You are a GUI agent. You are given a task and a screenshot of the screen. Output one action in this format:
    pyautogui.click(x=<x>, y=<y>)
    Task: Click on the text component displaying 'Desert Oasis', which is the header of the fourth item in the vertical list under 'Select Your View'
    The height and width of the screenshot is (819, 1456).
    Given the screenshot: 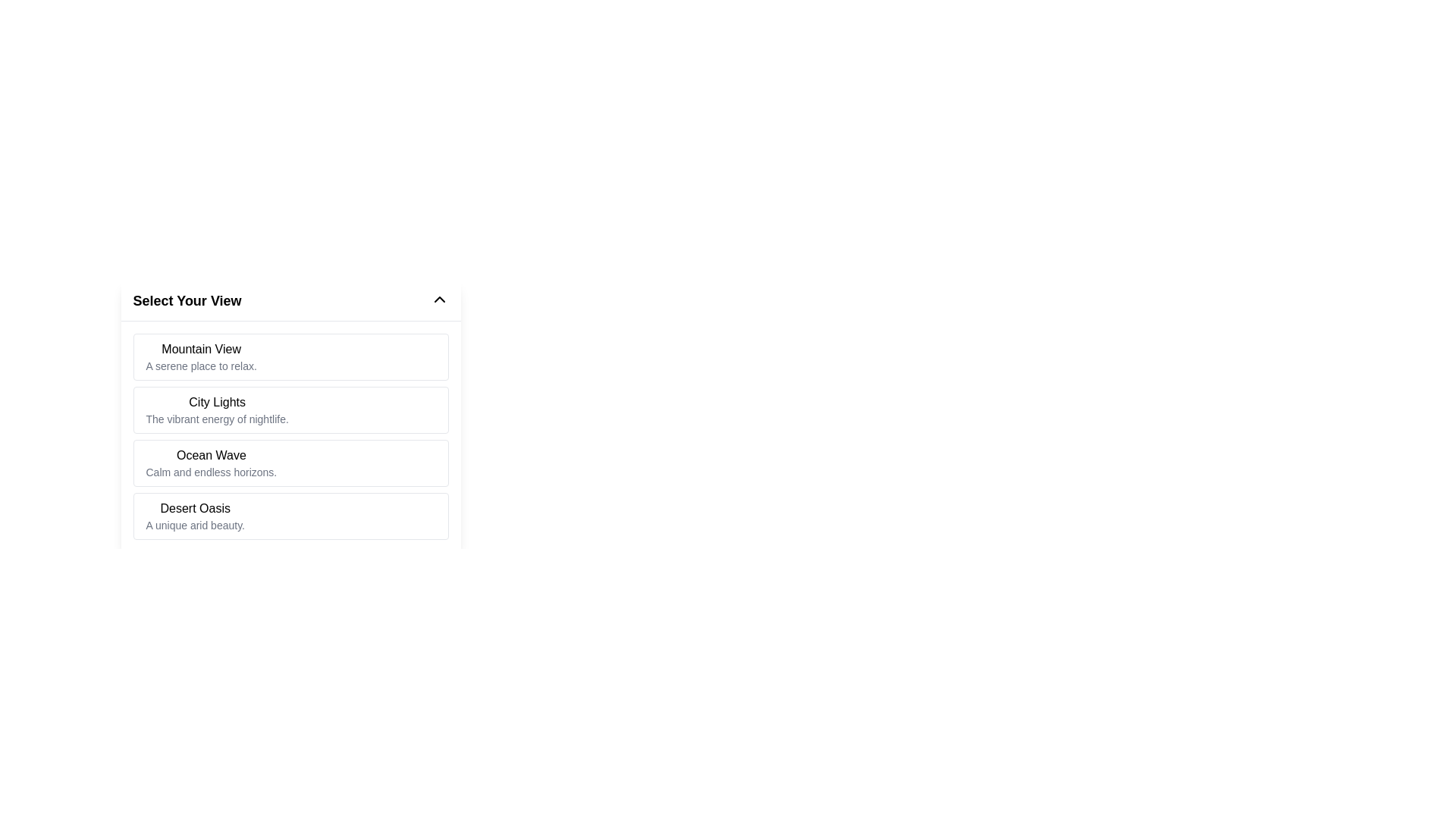 What is the action you would take?
    pyautogui.click(x=194, y=509)
    